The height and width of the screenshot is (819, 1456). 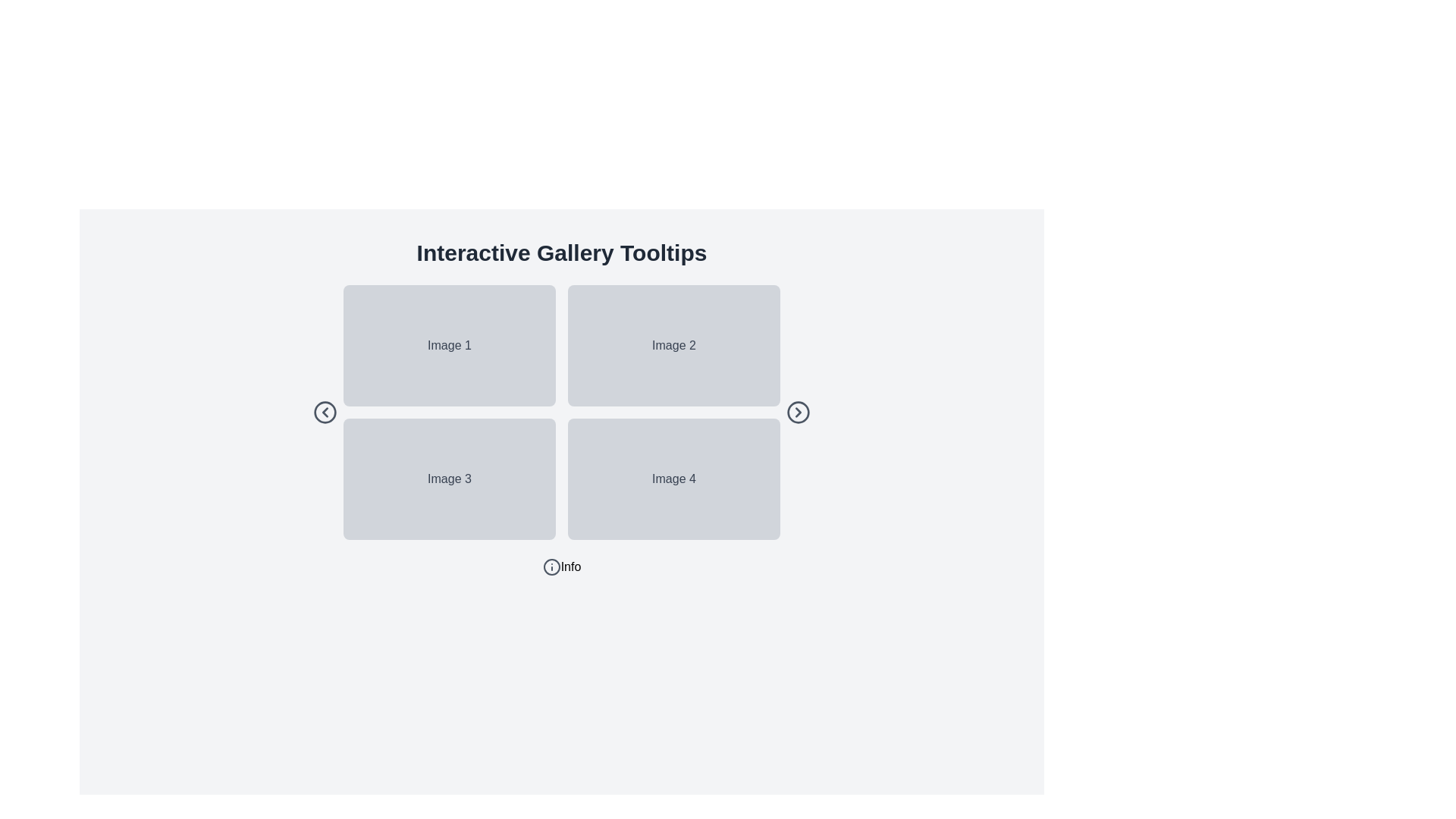 I want to click on the text label 'Image 3' which is located in the lower-left item of a 2x2 grid of images and text labels, providing context for the corresponding item, so click(x=448, y=479).